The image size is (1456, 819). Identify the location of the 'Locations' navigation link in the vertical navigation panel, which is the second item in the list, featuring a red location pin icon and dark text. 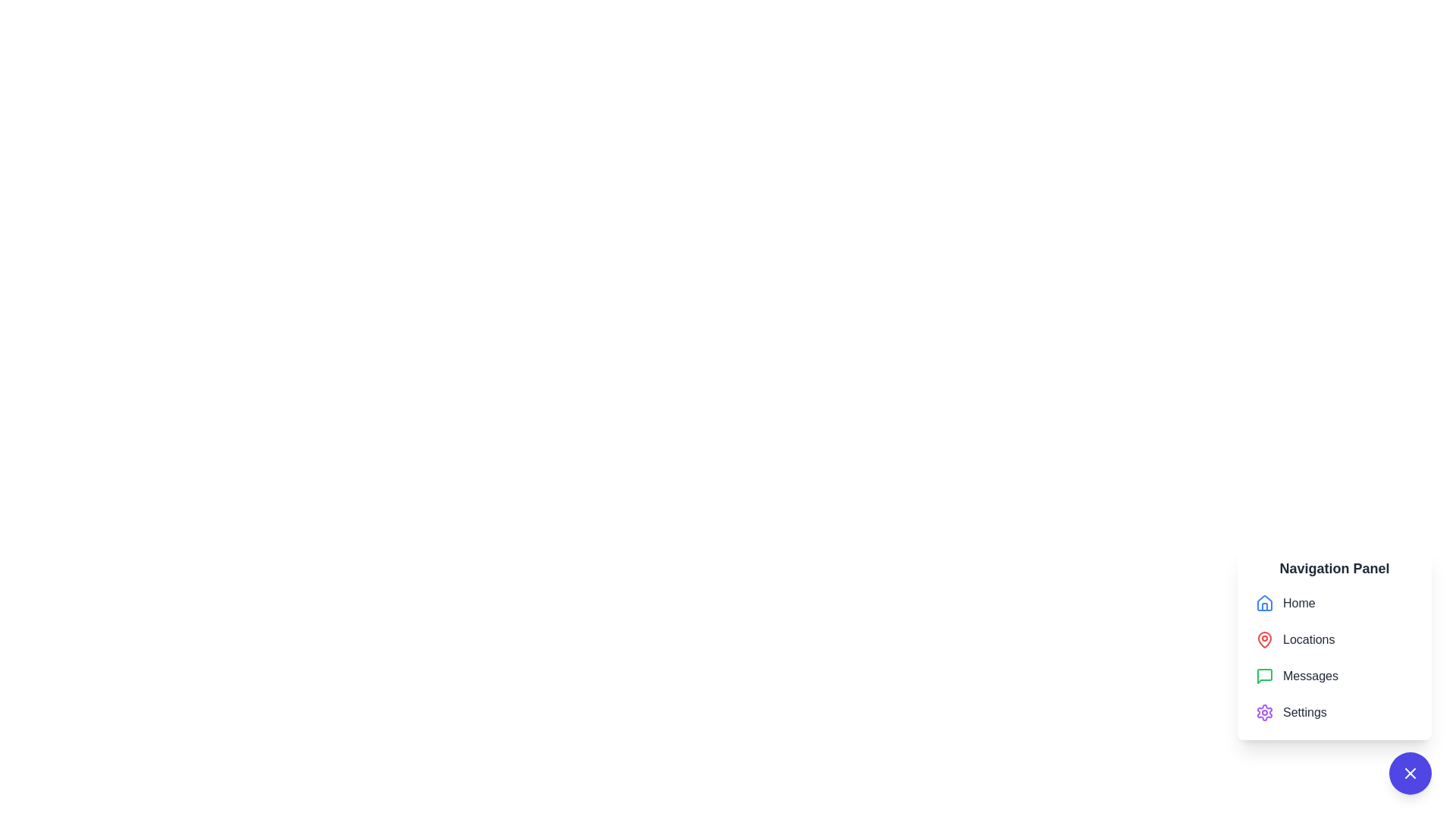
(1335, 643).